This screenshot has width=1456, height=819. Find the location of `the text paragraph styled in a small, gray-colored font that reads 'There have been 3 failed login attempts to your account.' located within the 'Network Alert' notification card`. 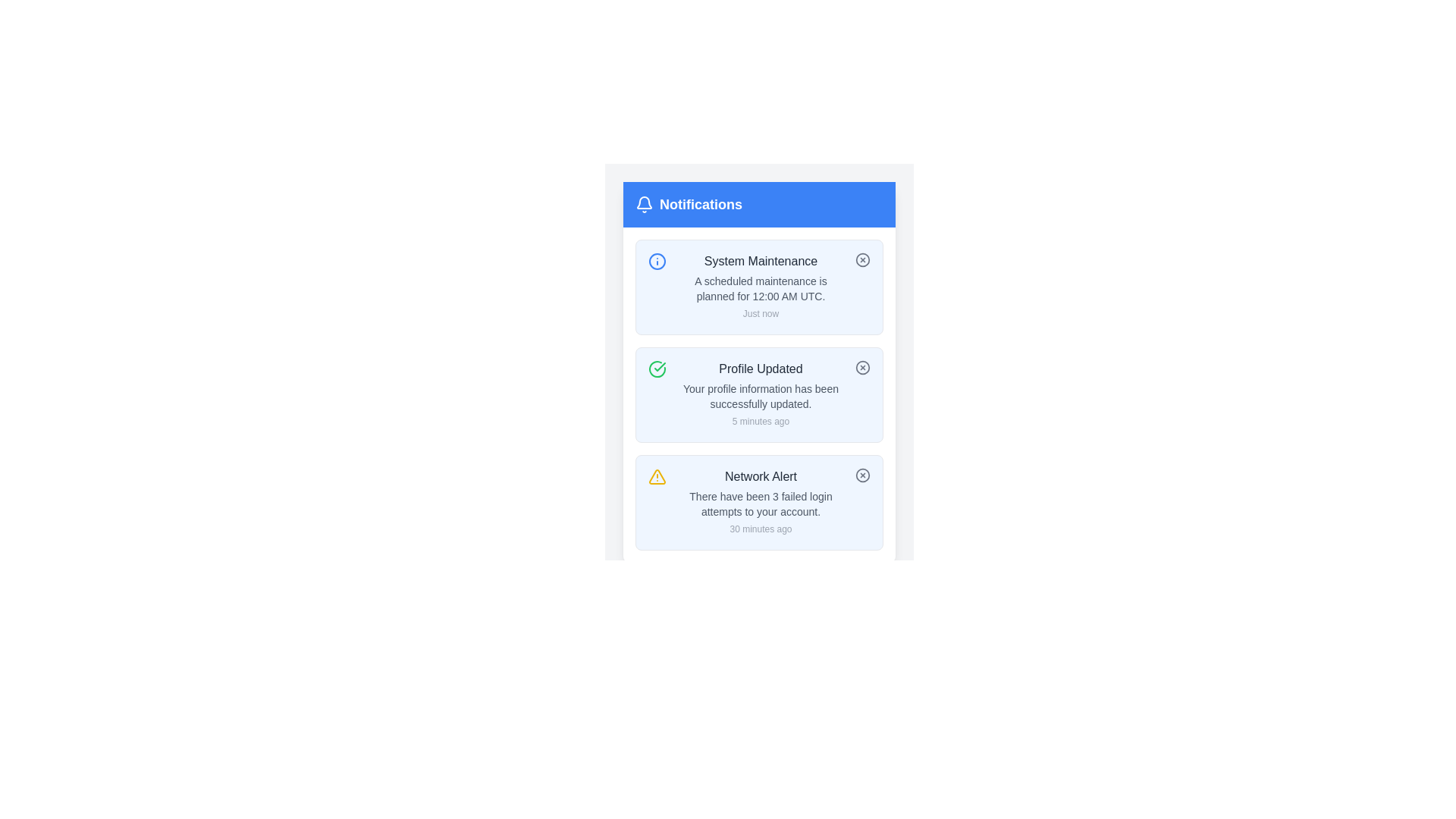

the text paragraph styled in a small, gray-colored font that reads 'There have been 3 failed login attempts to your account.' located within the 'Network Alert' notification card is located at coordinates (761, 504).